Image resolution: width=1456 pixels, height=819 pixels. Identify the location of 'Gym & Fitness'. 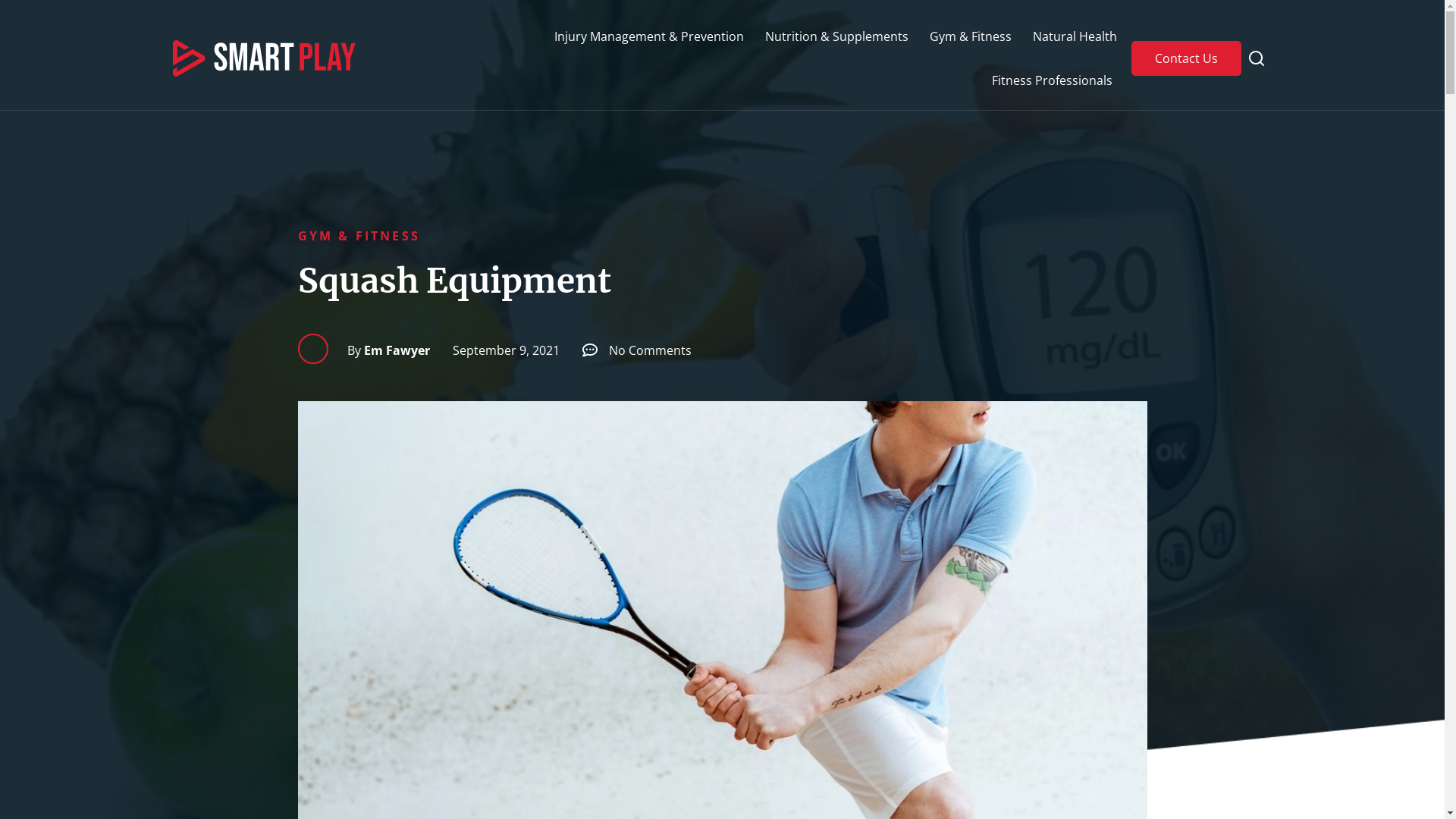
(971, 35).